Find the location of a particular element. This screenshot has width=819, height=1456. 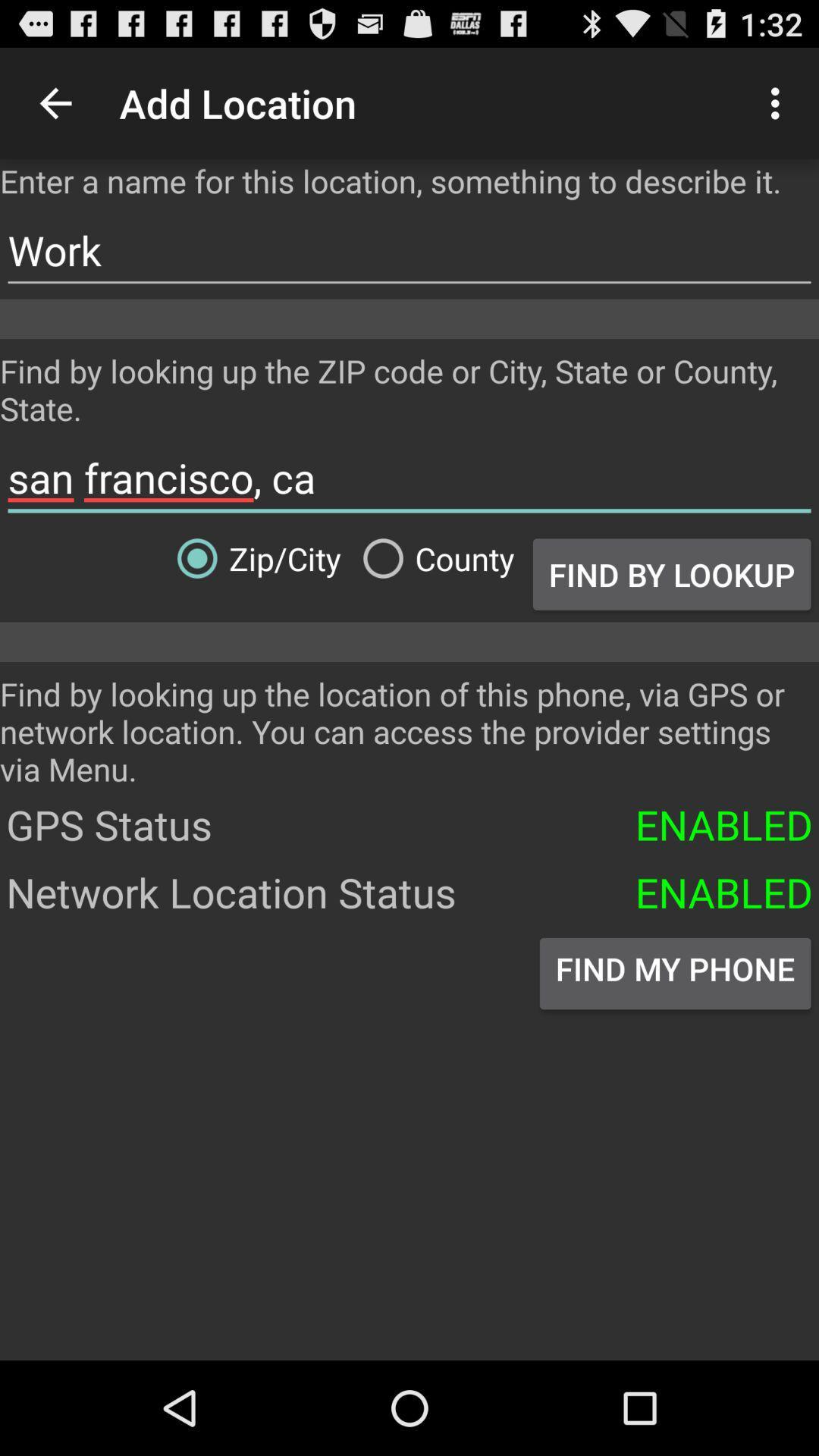

the icon at the top right corner is located at coordinates (779, 102).